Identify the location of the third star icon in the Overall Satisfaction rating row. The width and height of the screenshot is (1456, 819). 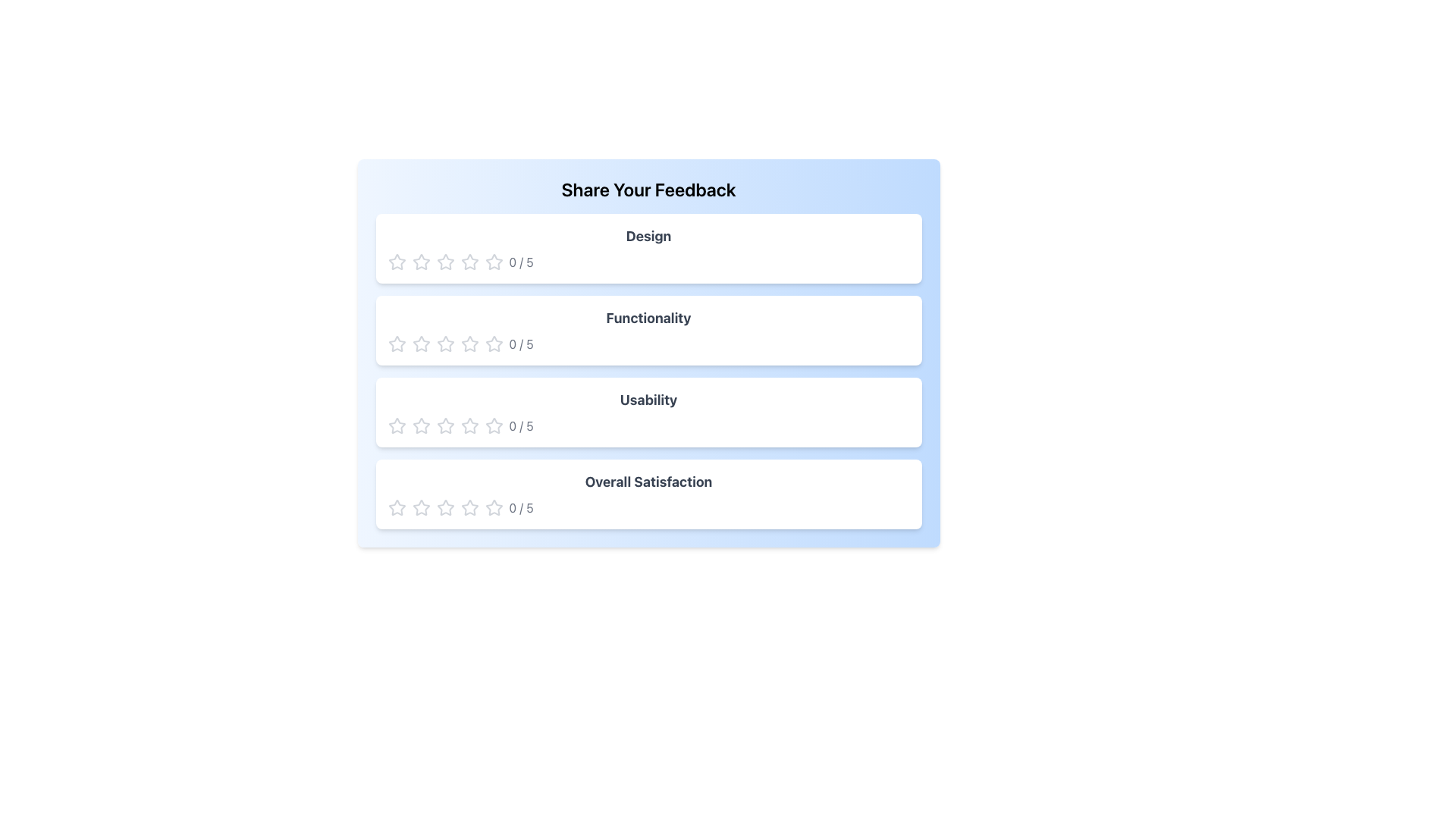
(444, 508).